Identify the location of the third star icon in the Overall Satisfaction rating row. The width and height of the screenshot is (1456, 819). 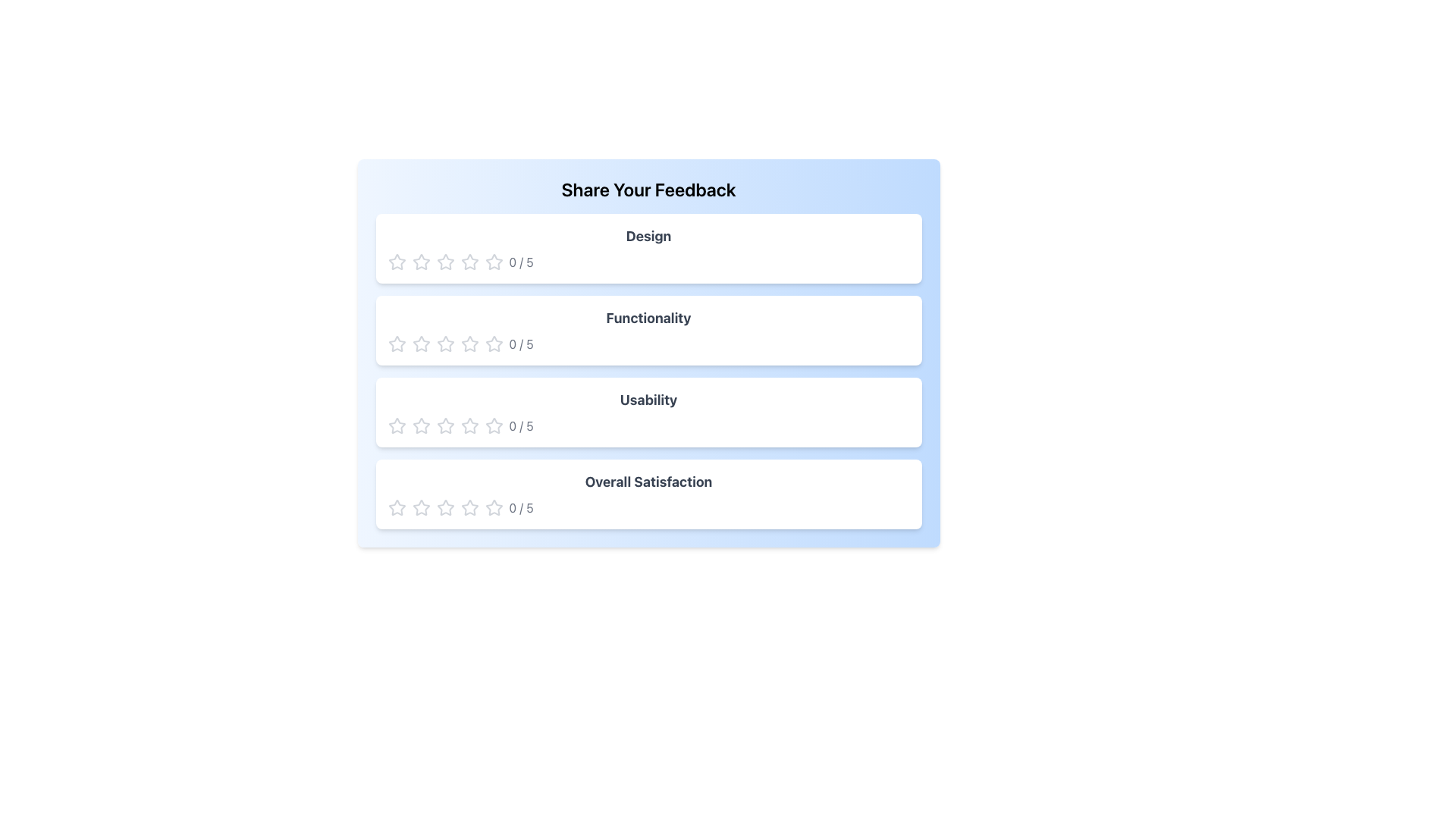
(444, 508).